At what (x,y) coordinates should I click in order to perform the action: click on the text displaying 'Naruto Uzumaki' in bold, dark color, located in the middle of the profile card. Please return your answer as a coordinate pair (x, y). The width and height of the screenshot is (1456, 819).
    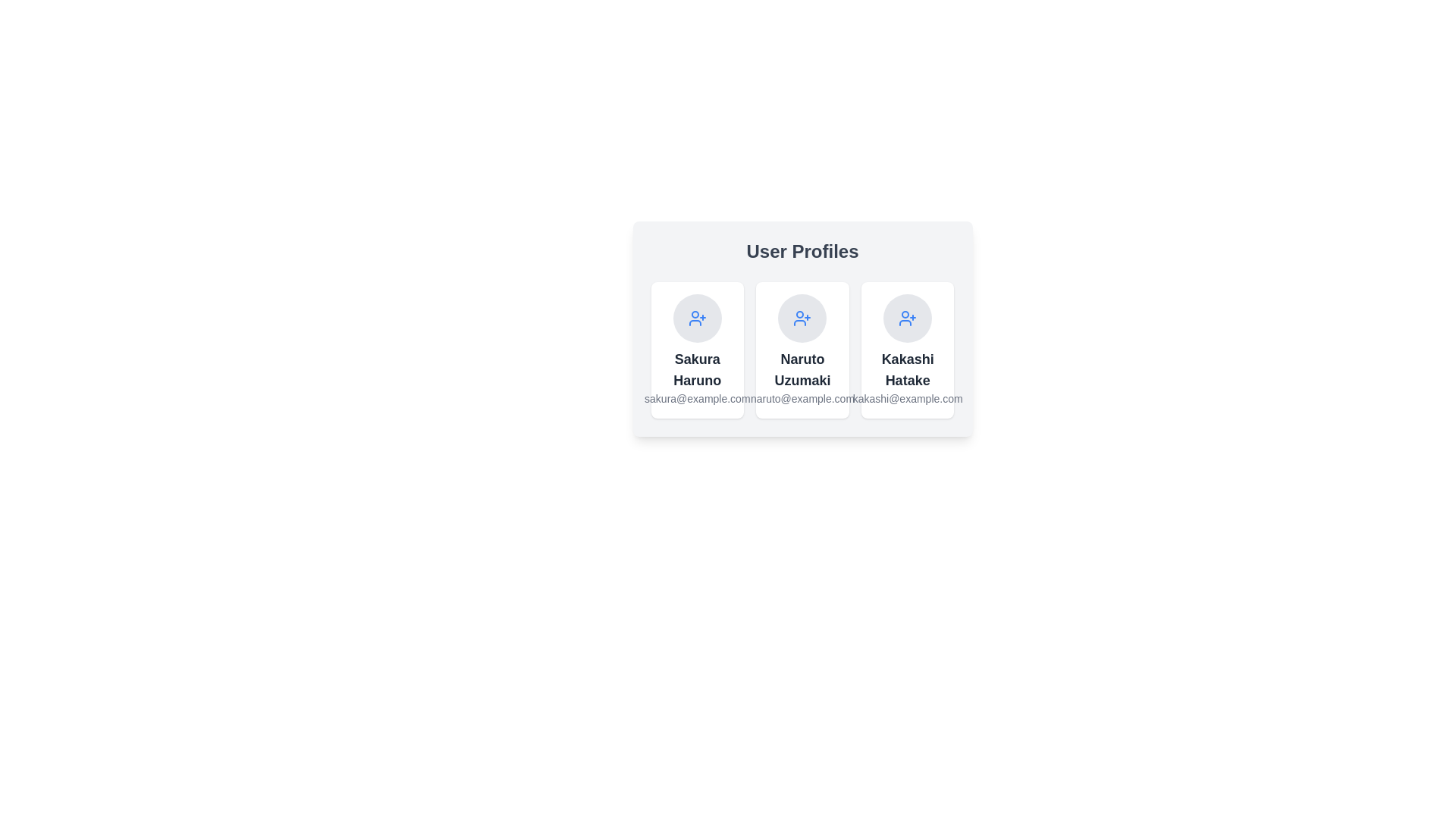
    Looking at the image, I should click on (802, 370).